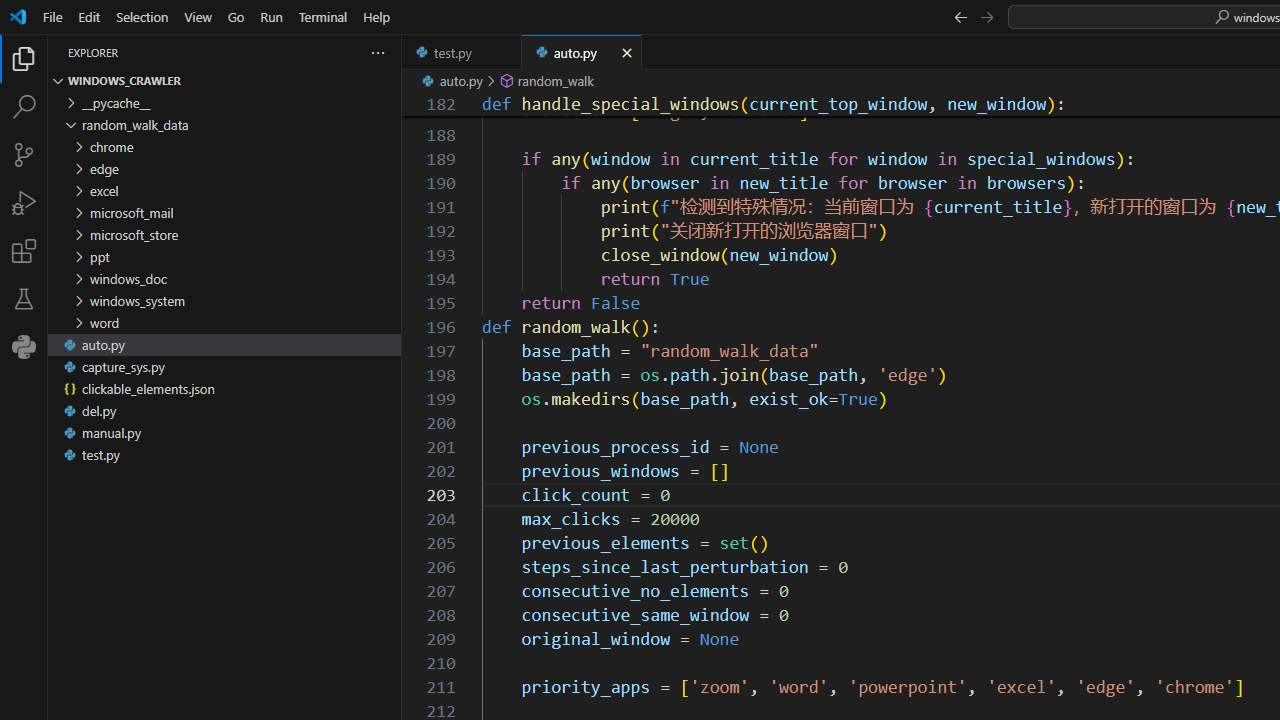 Image resolution: width=1280 pixels, height=720 pixels. Describe the element at coordinates (24, 346) in the screenshot. I see `'Python'` at that location.